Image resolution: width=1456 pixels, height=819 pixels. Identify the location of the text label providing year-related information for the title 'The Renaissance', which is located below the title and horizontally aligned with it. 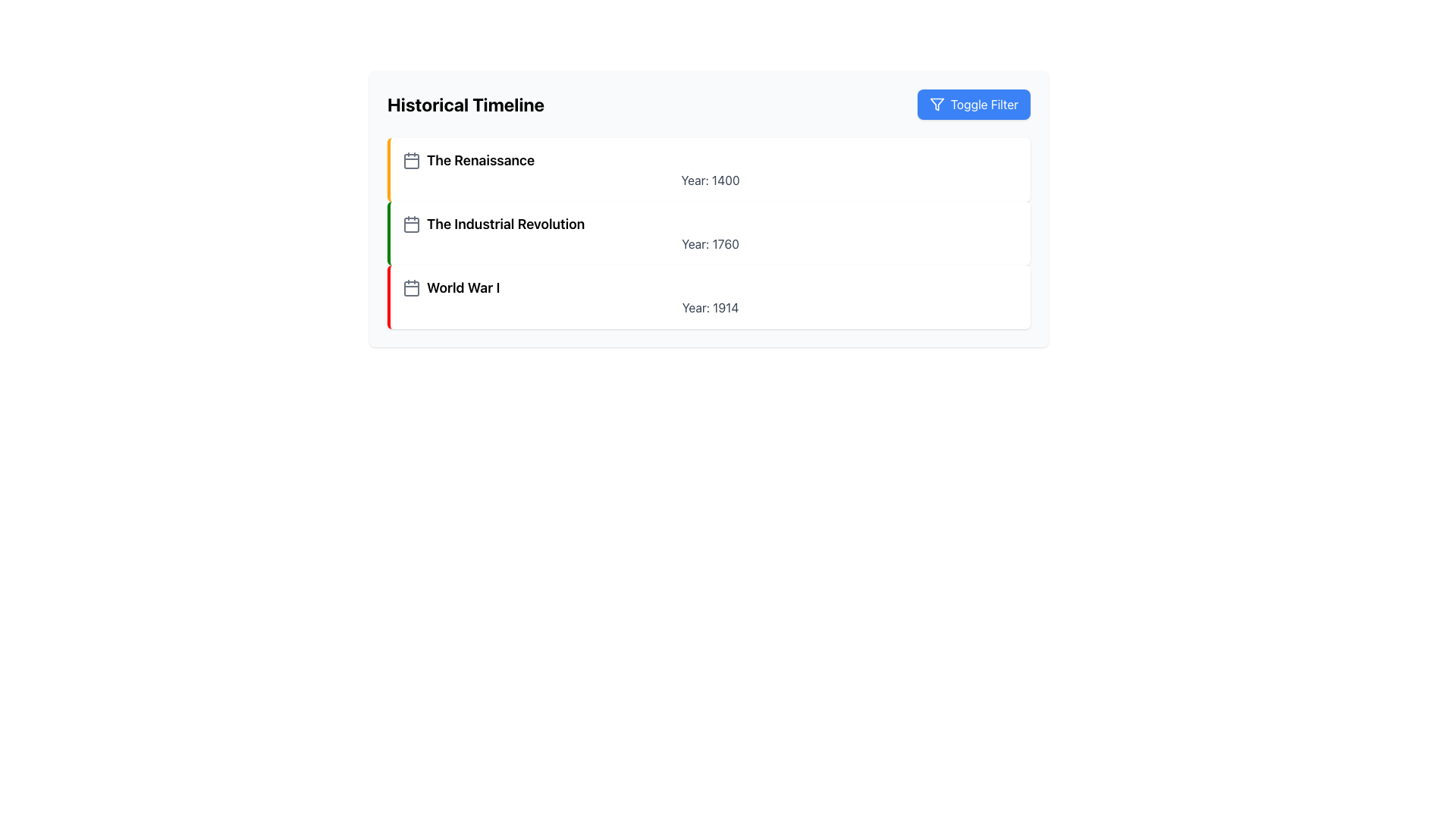
(709, 180).